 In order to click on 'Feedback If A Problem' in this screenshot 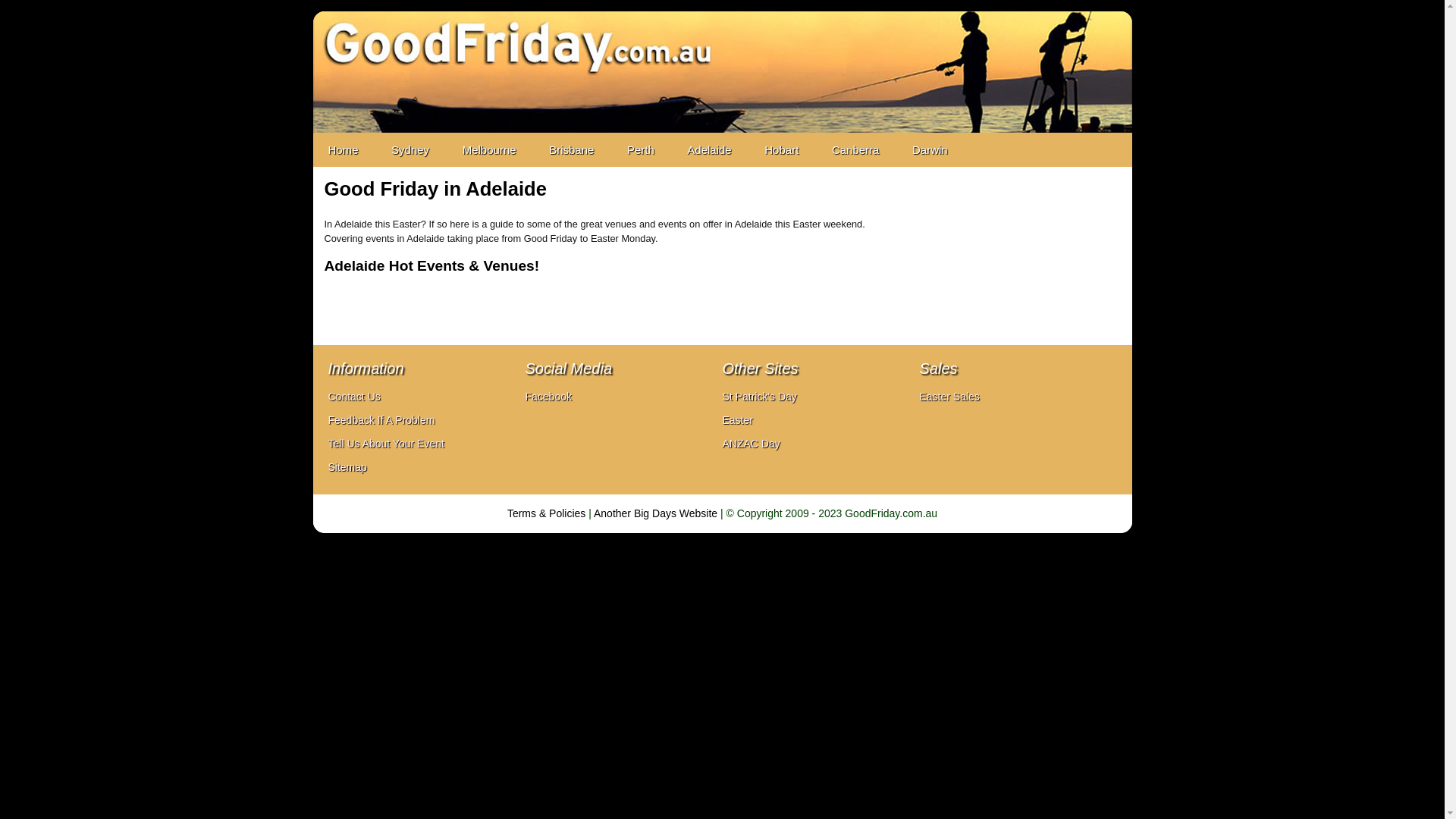, I will do `click(327, 420)`.